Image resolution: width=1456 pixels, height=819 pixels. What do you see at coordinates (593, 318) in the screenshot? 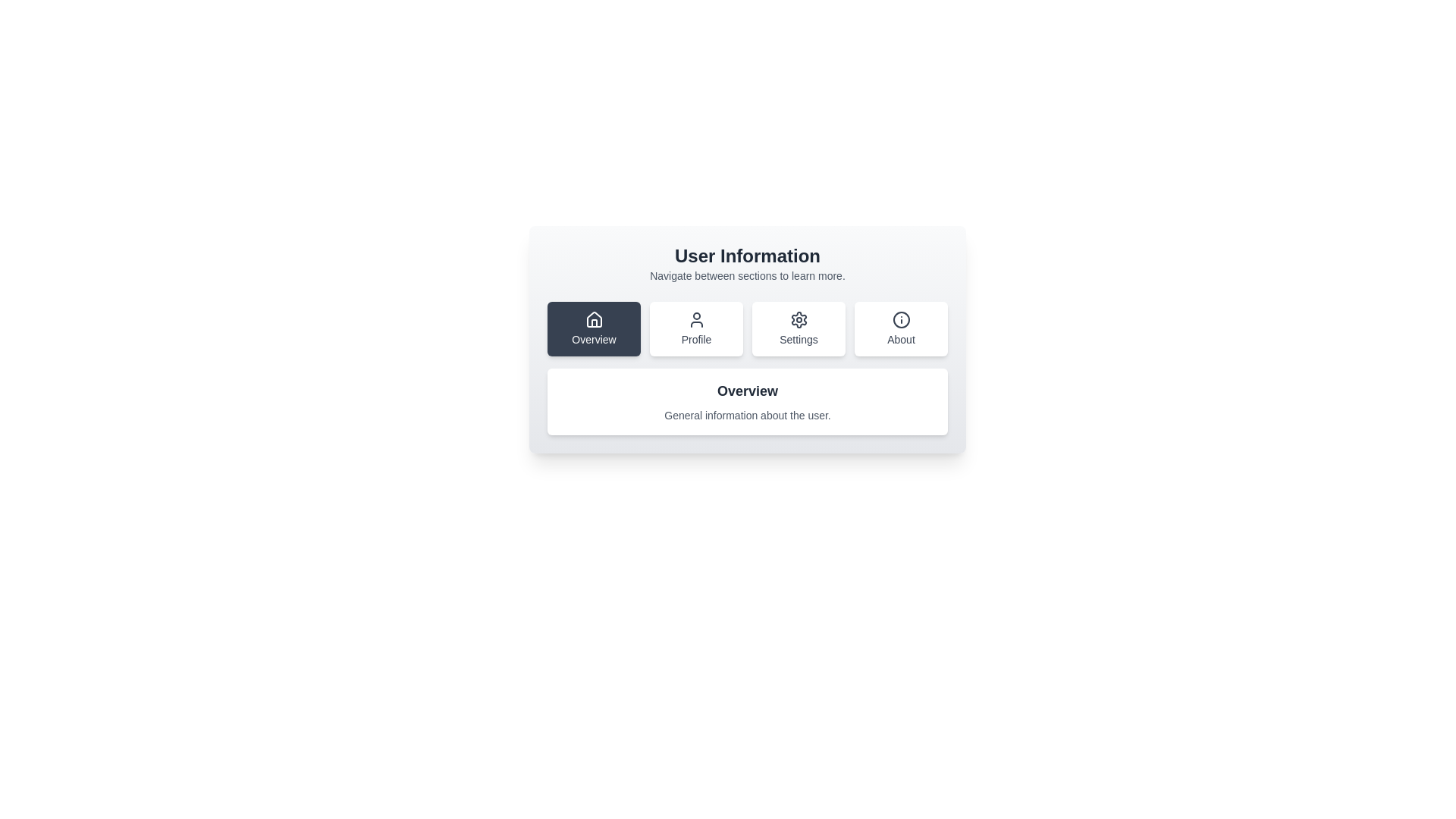
I see `the 'Overview' button which contains the house icon` at bounding box center [593, 318].